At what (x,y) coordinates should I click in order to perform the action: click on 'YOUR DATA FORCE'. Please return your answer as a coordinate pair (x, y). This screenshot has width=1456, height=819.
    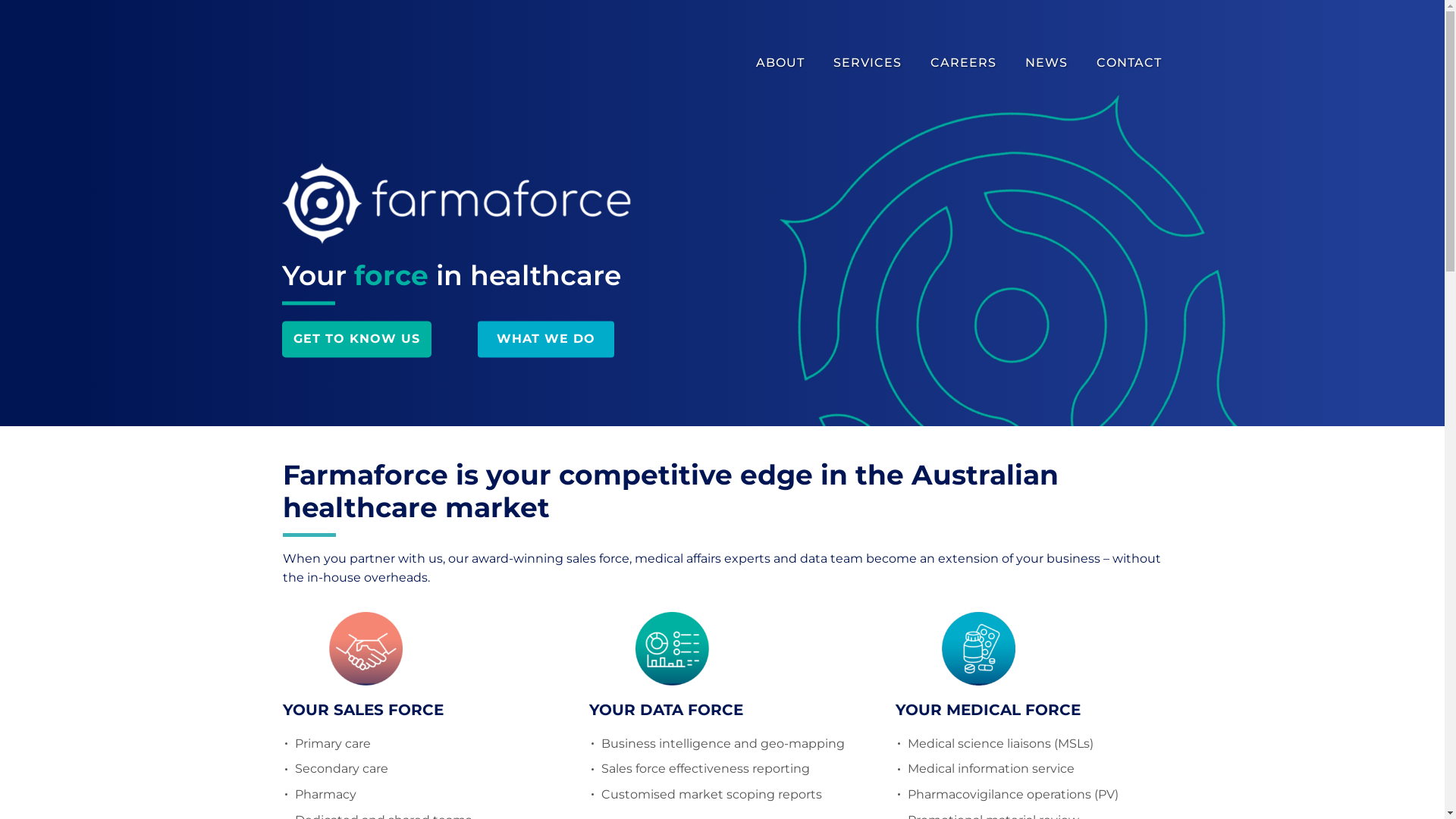
    Looking at the image, I should click on (665, 710).